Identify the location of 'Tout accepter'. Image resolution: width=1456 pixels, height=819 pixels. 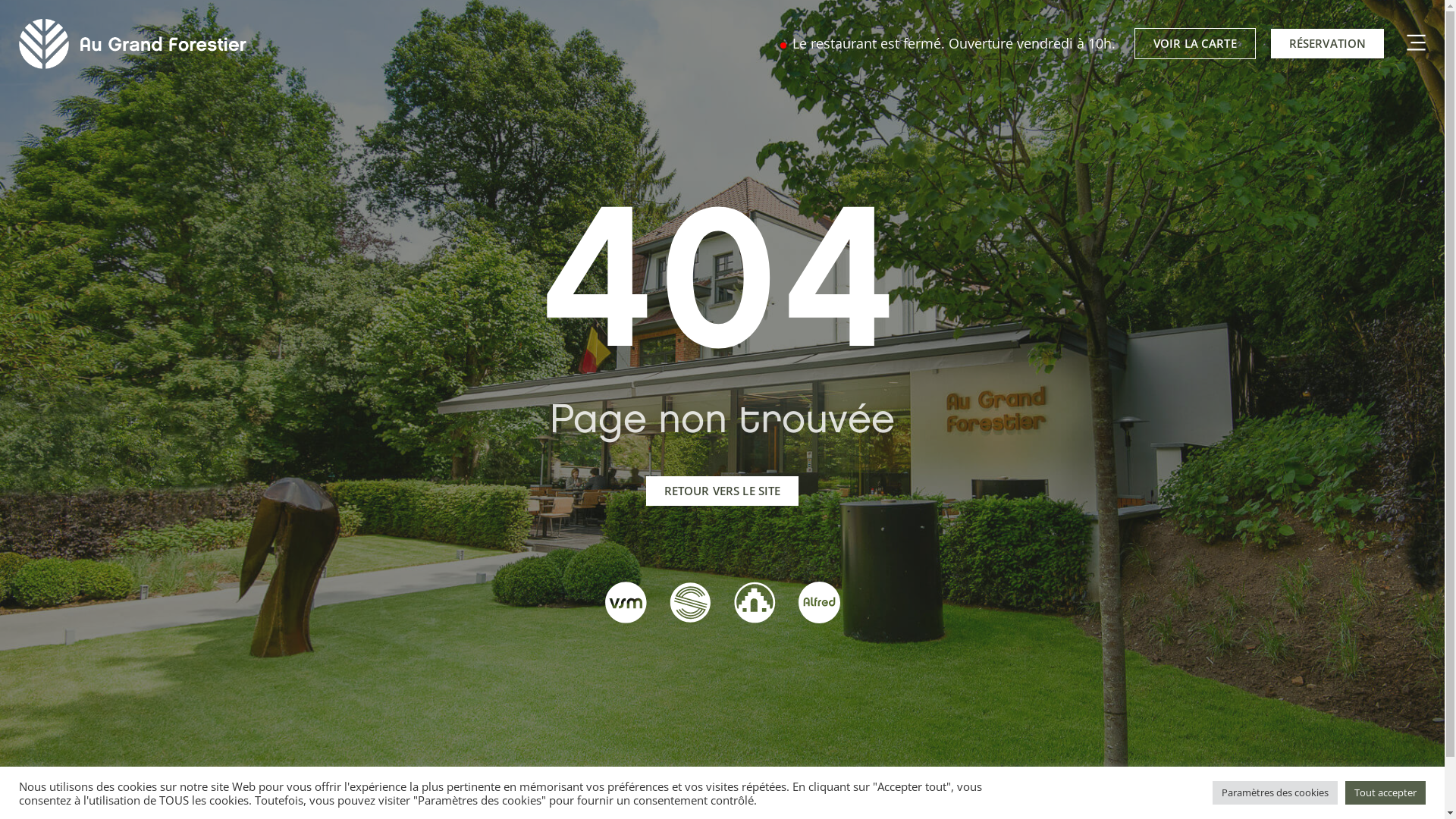
(1345, 792).